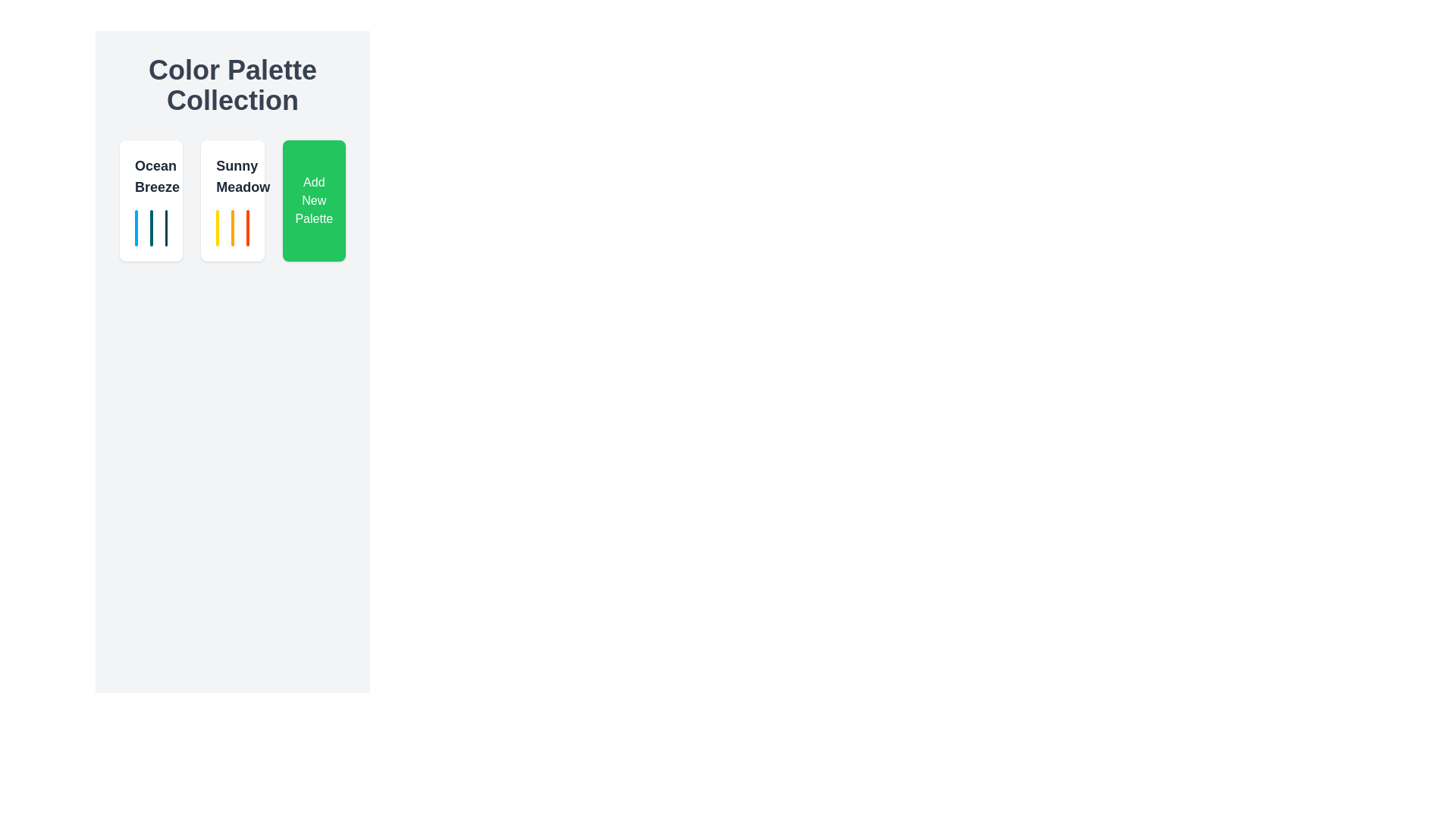 Image resolution: width=1456 pixels, height=819 pixels. Describe the element at coordinates (313, 200) in the screenshot. I see `the 'Add New Palette' button` at that location.